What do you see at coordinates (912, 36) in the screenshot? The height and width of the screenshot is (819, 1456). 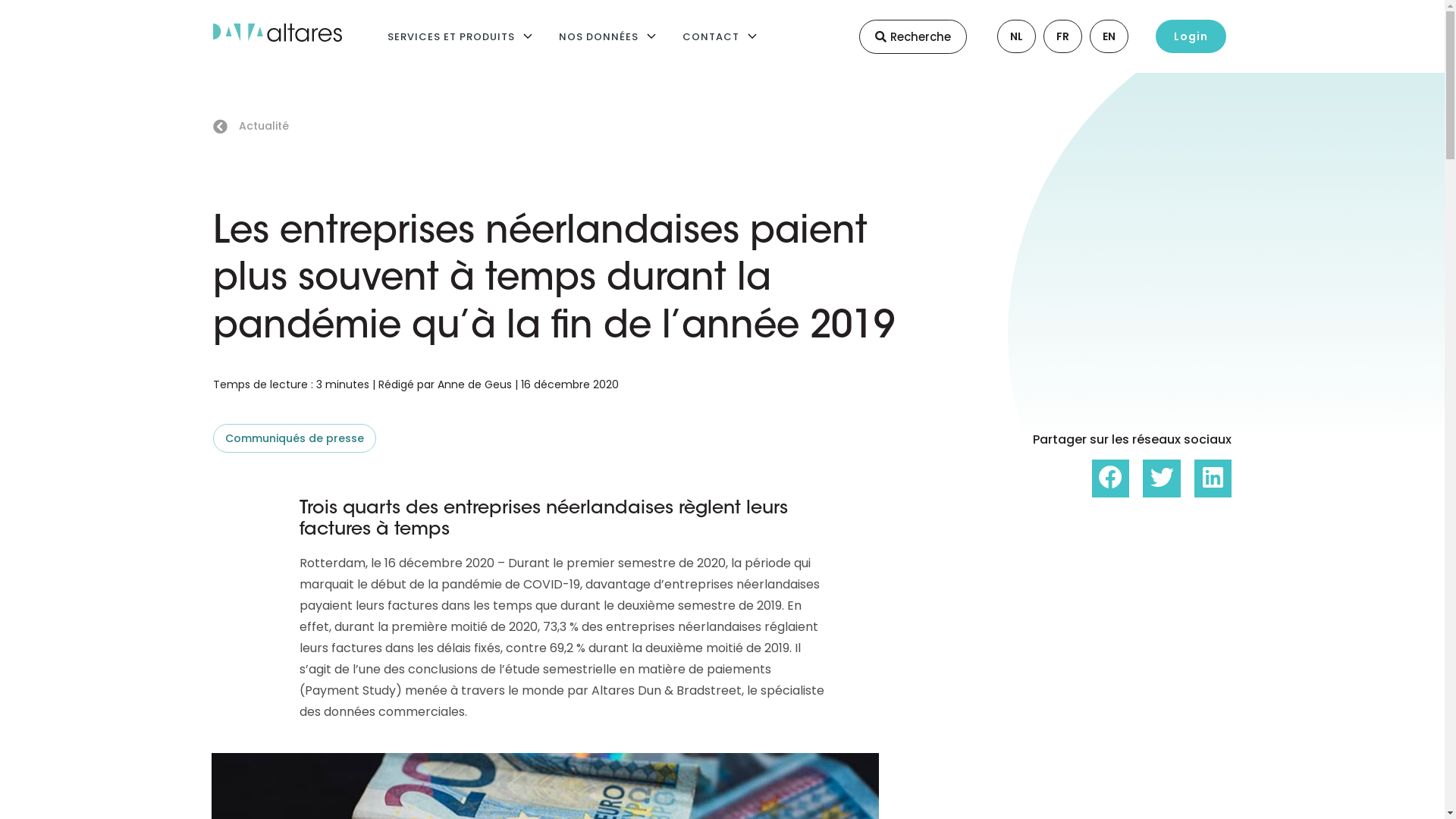 I see `'Recherche'` at bounding box center [912, 36].